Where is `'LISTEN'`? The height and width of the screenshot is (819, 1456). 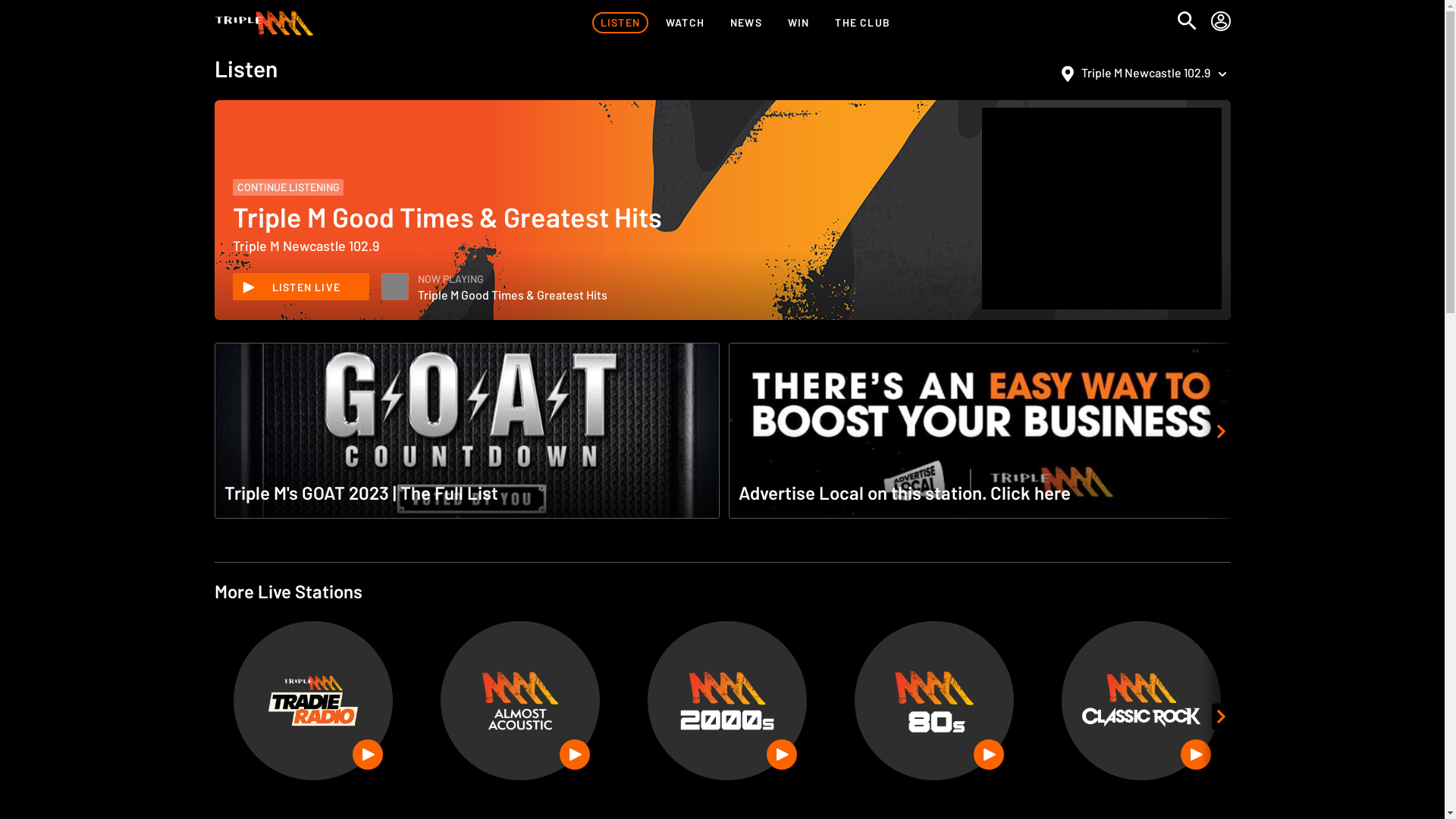
'LISTEN' is located at coordinates (620, 23).